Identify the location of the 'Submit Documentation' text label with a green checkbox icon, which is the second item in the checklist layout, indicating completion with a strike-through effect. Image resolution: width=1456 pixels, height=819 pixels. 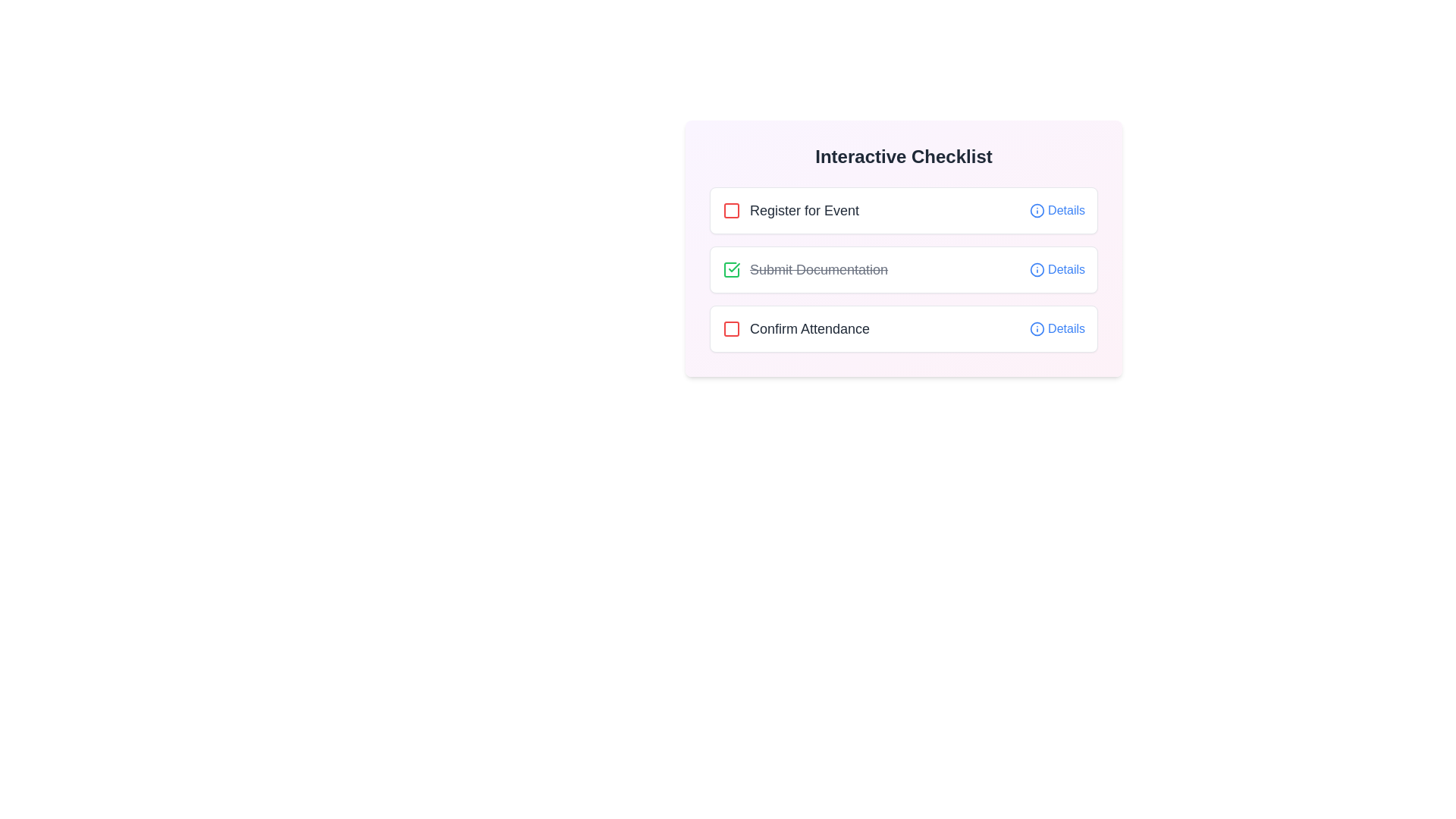
(805, 268).